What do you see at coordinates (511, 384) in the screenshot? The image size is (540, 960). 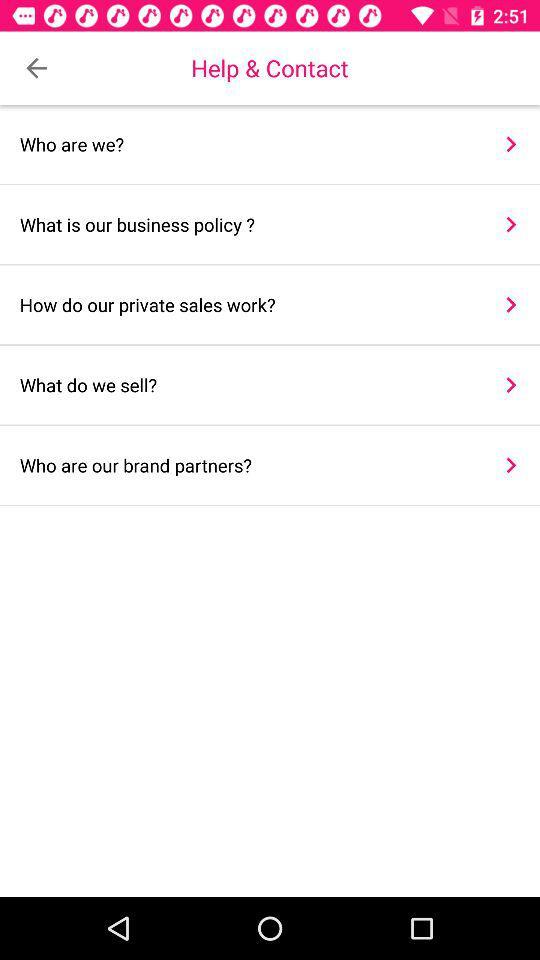 I see `item to the right of the what do we item` at bounding box center [511, 384].